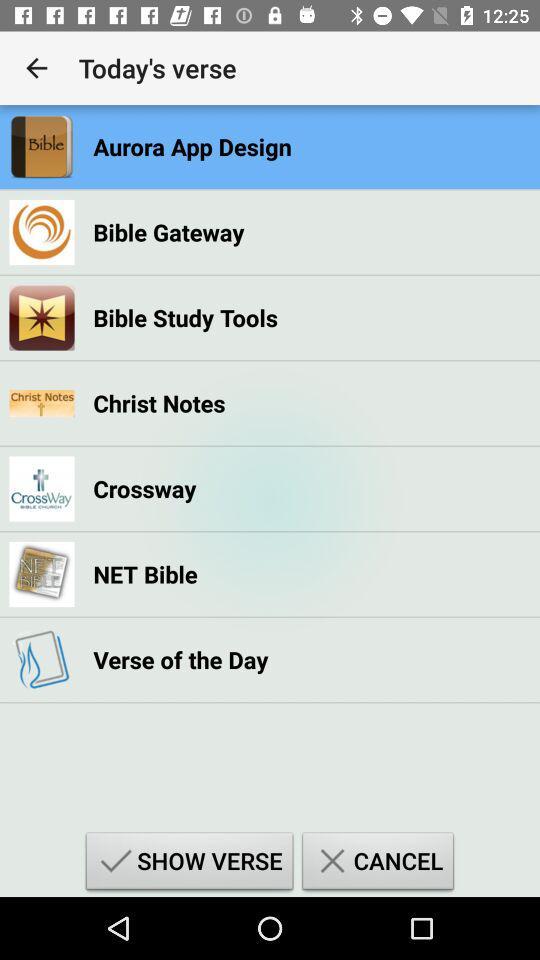 The width and height of the screenshot is (540, 960). What do you see at coordinates (36, 68) in the screenshot?
I see `icon to the left of today's verse app` at bounding box center [36, 68].